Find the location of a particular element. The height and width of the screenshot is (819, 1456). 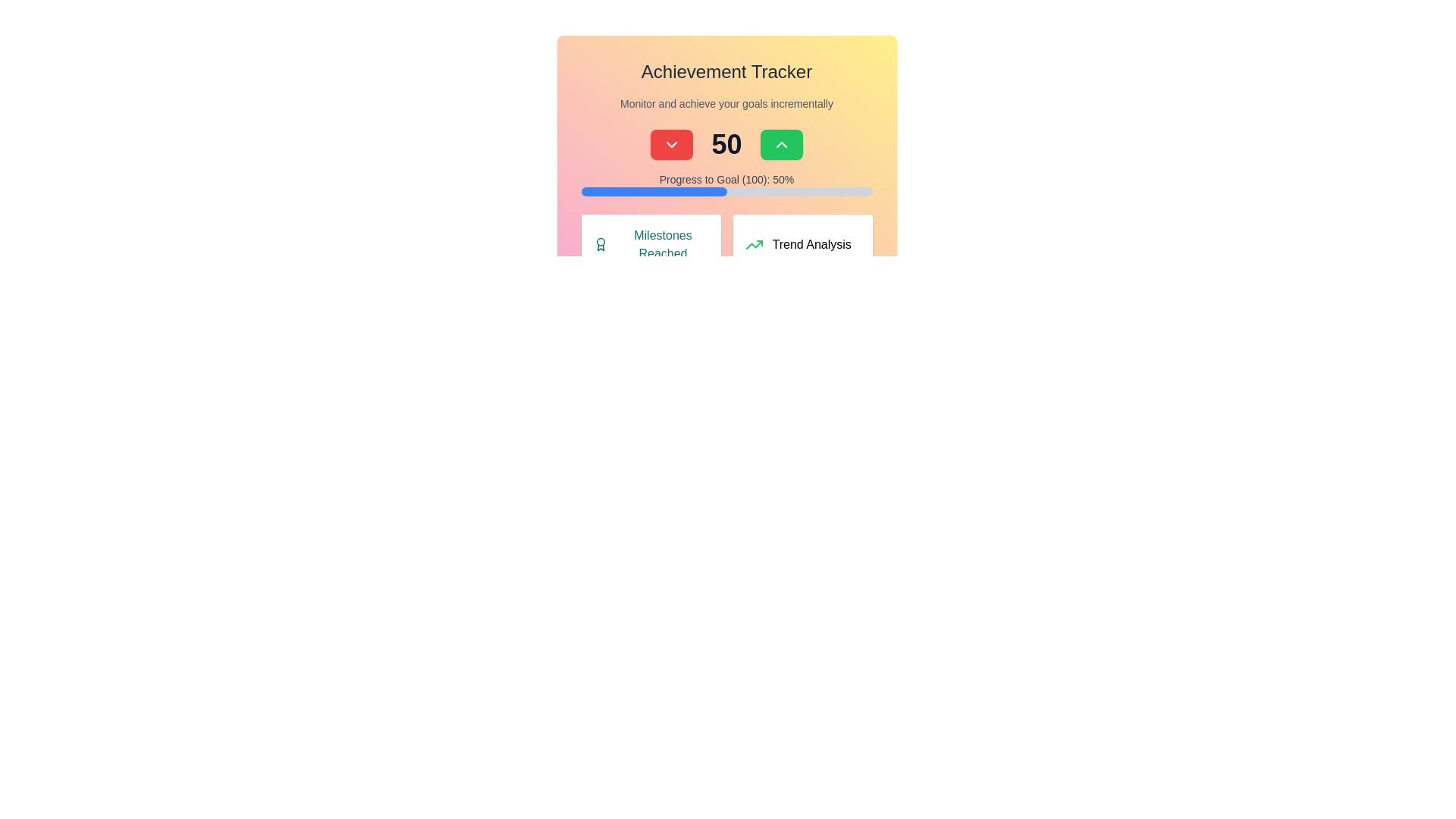

the 'Achievement Tracker' text label which serves as a header for the section, indicating the purpose of the surrounding content is located at coordinates (726, 72).